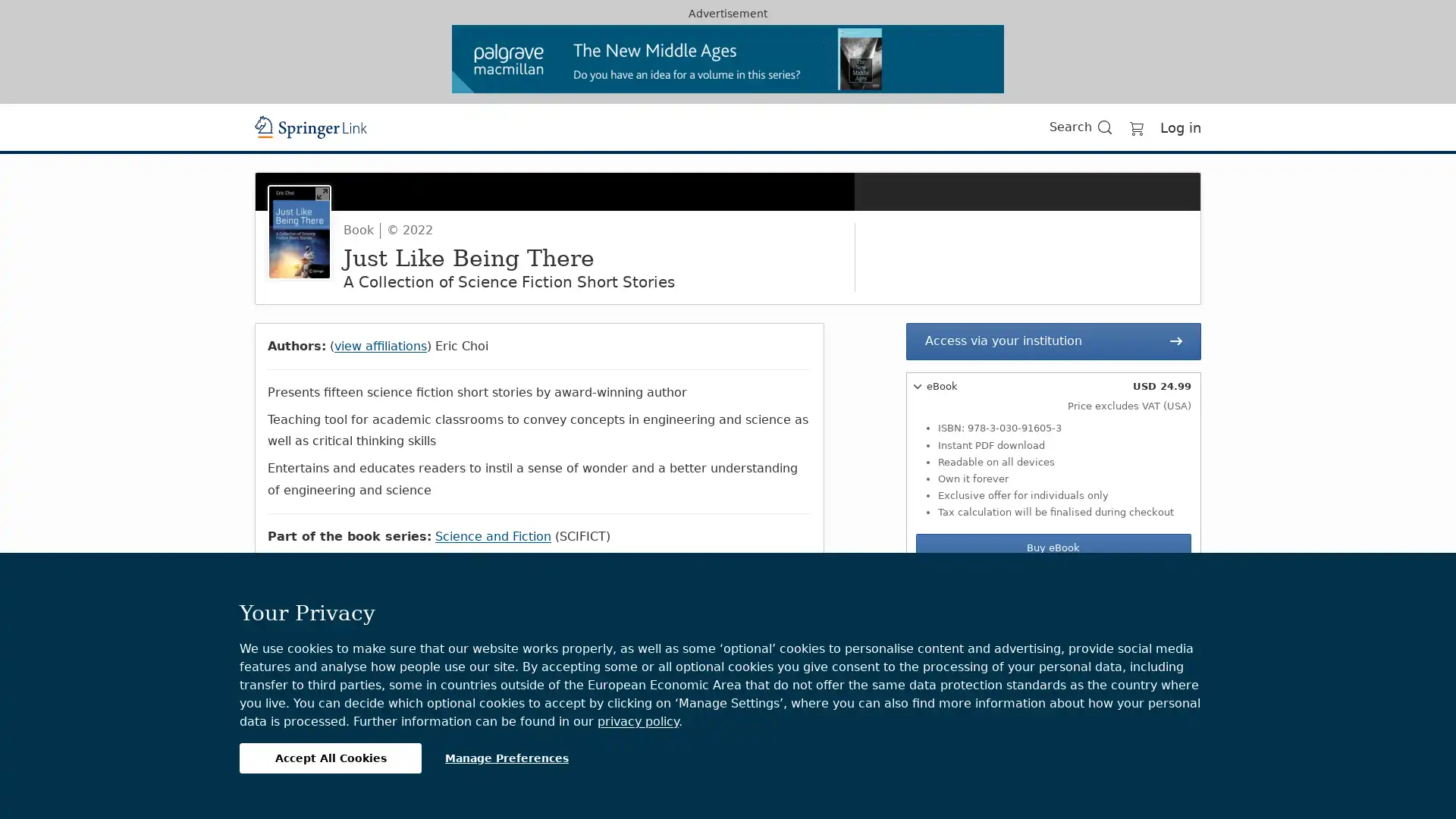  I want to click on Manage Preferences, so click(507, 758).